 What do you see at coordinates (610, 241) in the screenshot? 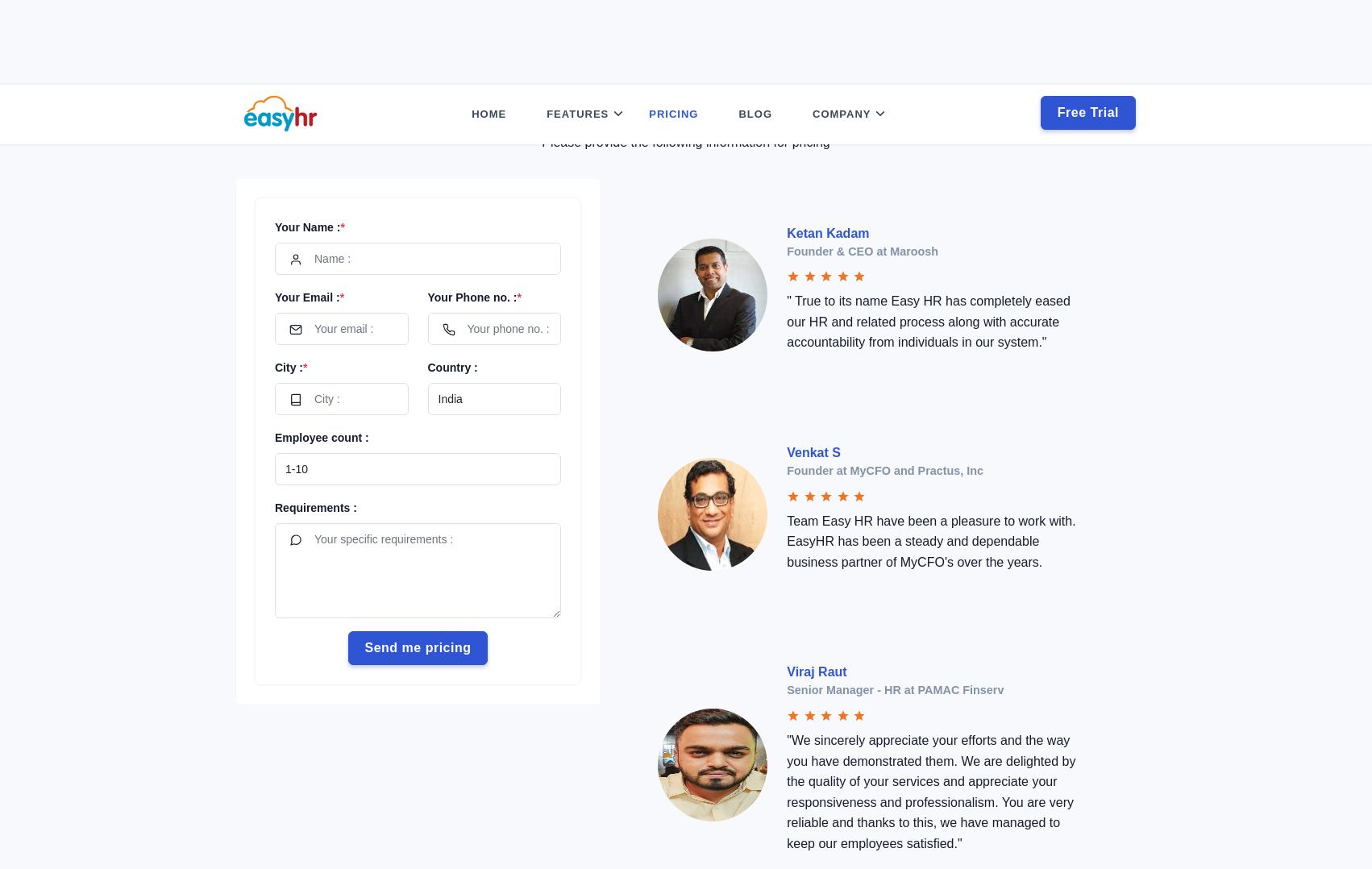
I see `'Employee Self Service'` at bounding box center [610, 241].